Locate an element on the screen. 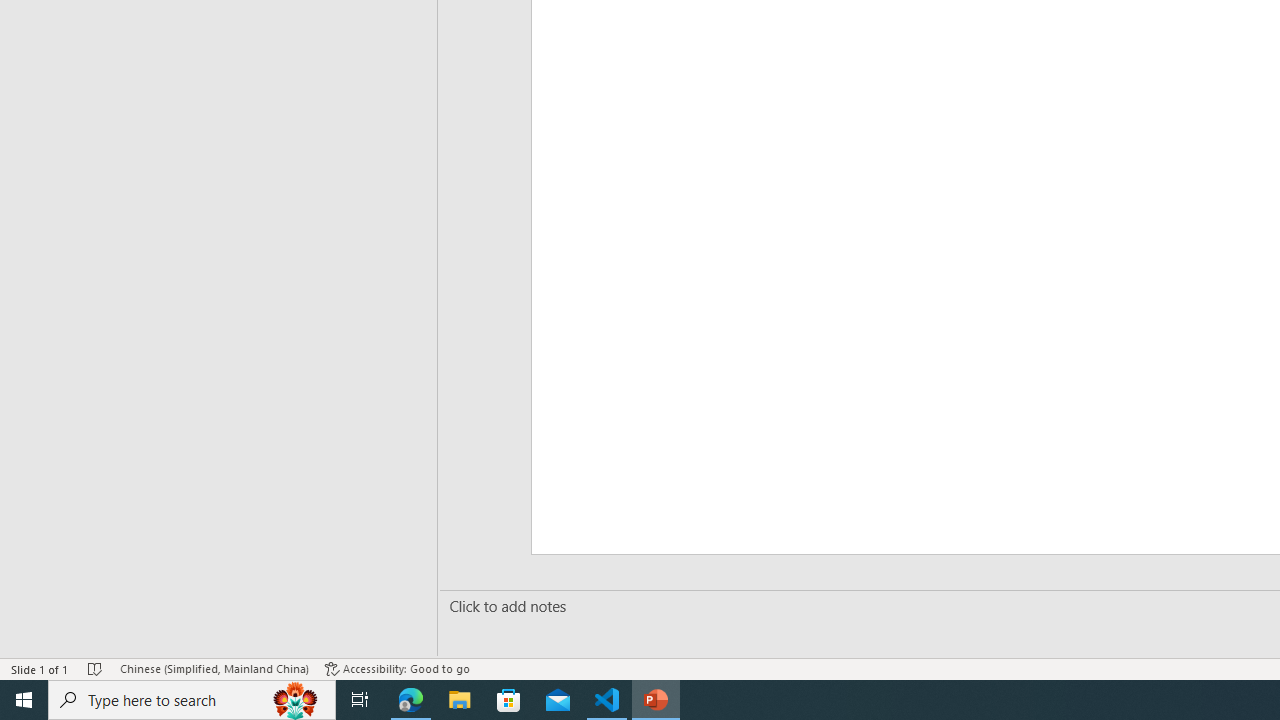 Image resolution: width=1280 pixels, height=720 pixels. 'Spell Check No Errors' is located at coordinates (95, 669).